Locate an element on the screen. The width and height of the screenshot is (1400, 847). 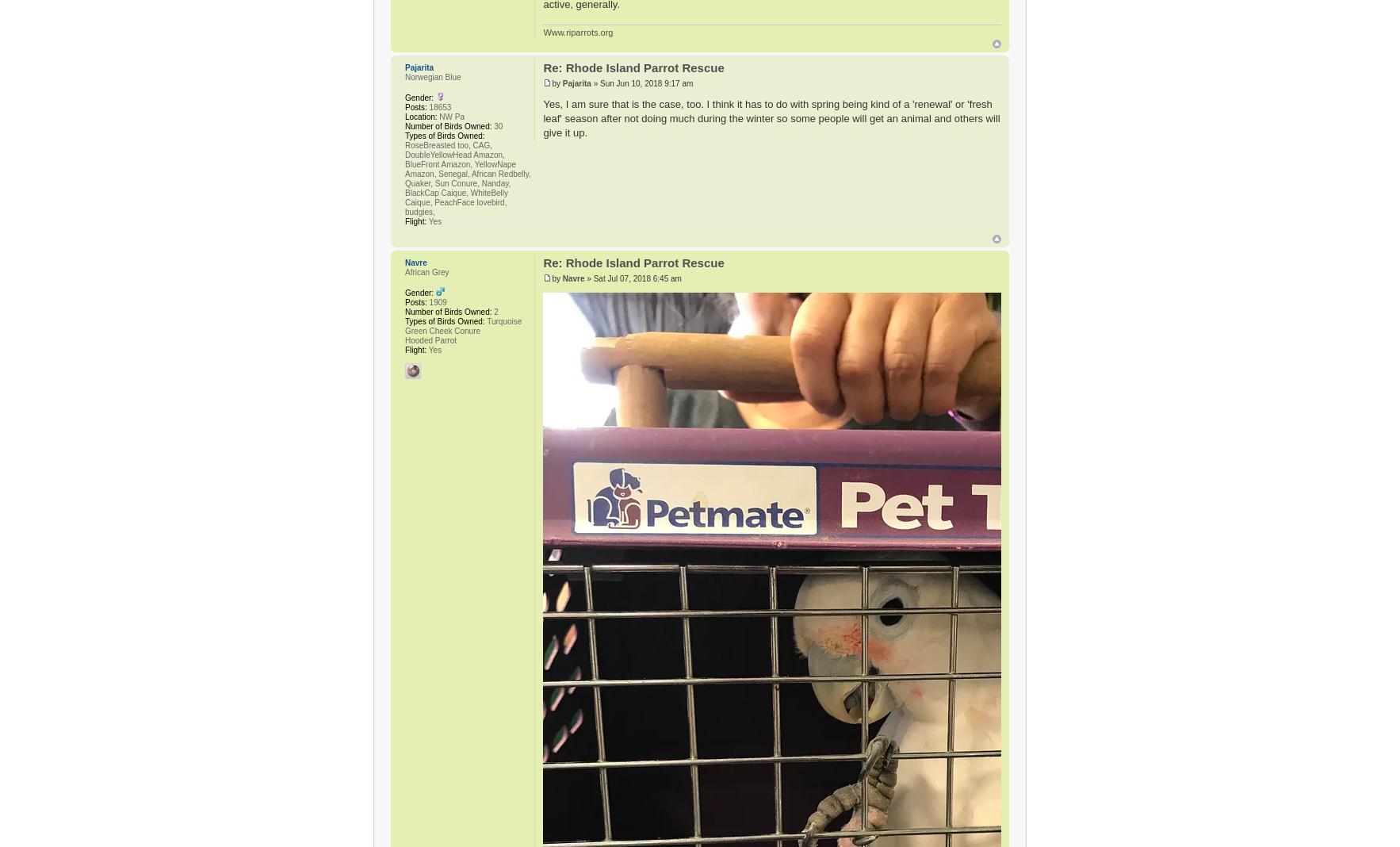
'18653' is located at coordinates (426, 106).